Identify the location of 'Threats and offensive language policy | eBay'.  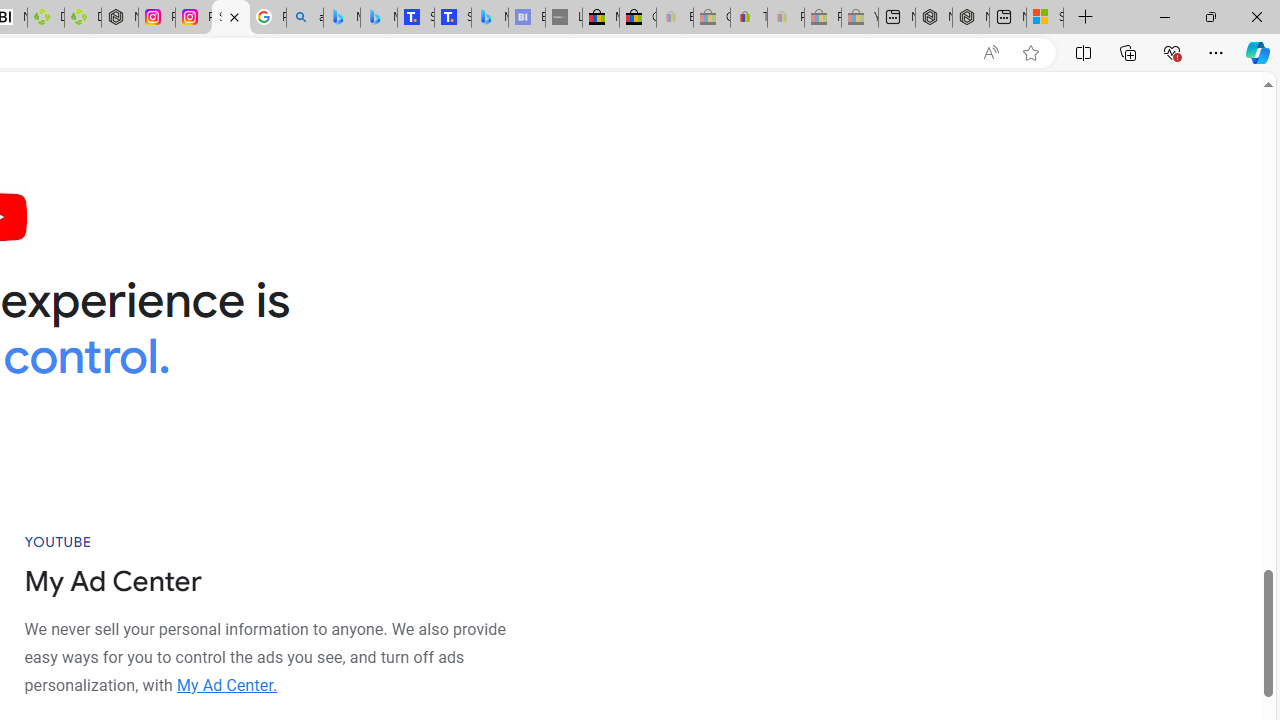
(747, 17).